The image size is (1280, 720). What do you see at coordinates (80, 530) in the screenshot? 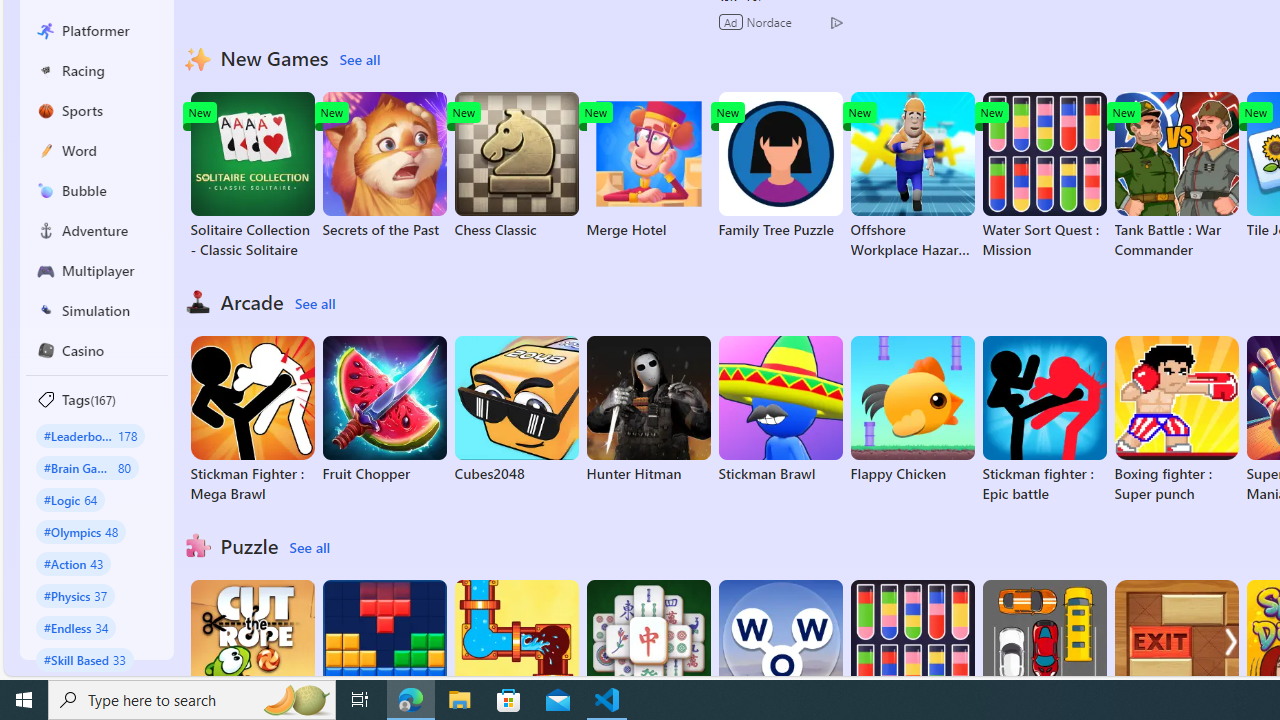
I see `'#Olympics 48'` at bounding box center [80, 530].